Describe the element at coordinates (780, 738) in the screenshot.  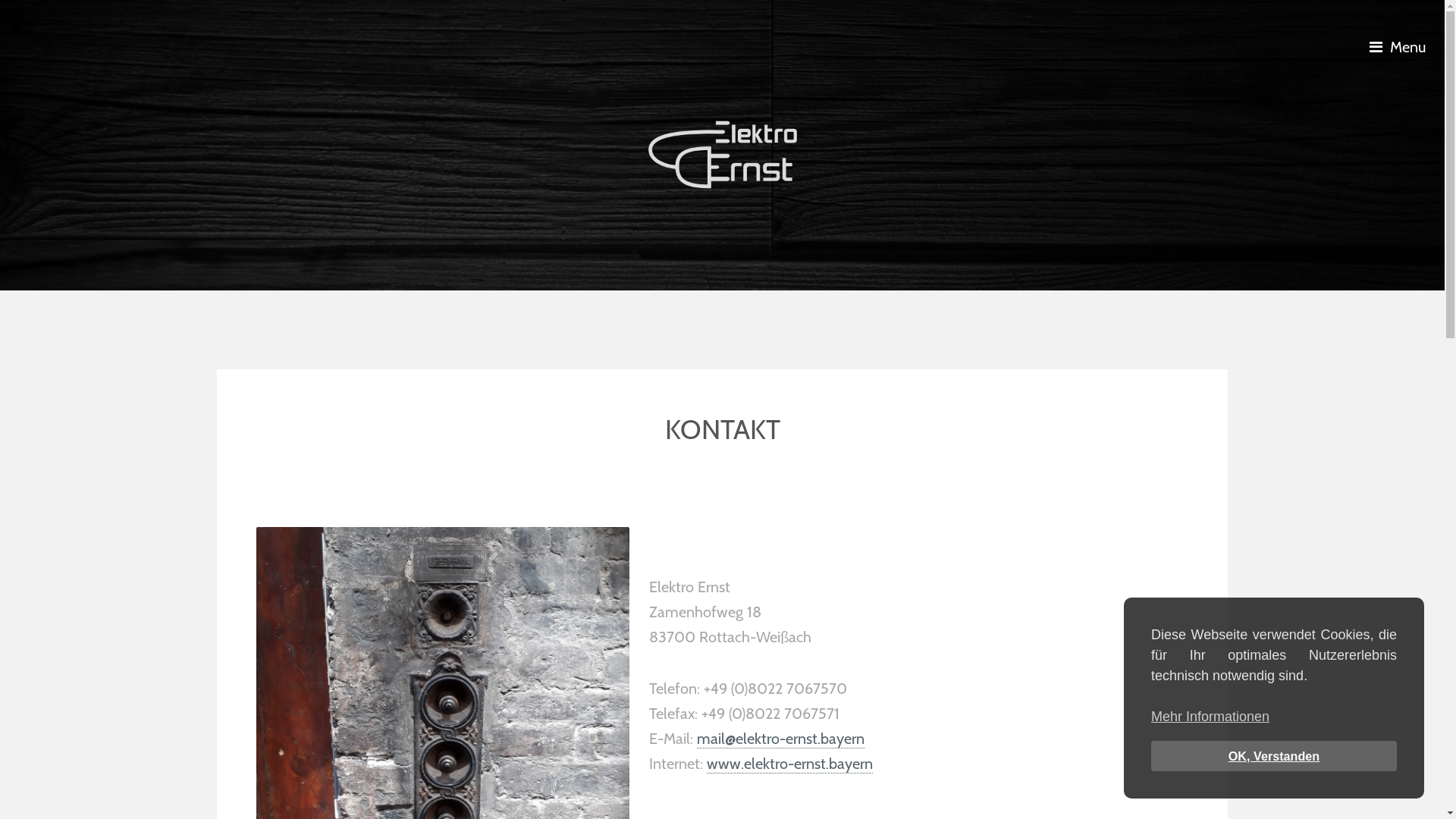
I see `'mail@elektro-ernst.bayern'` at that location.